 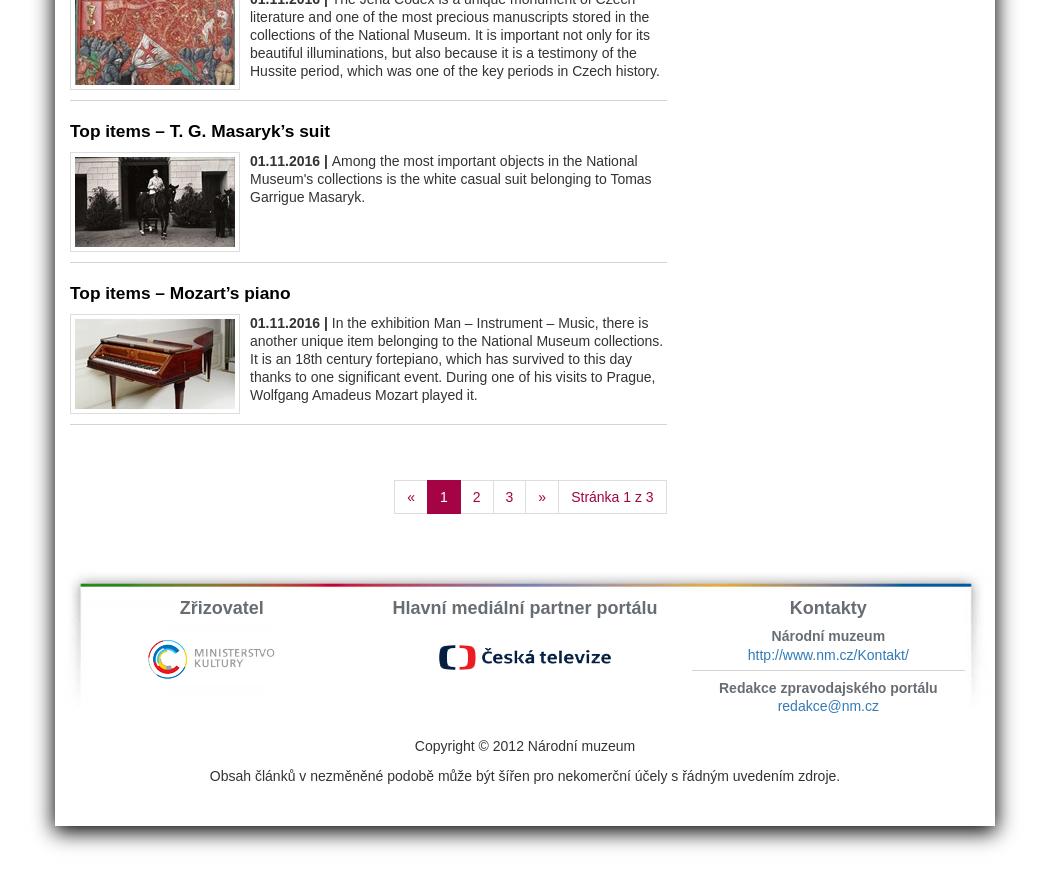 I want to click on 'Zřizovatel', so click(x=220, y=607).